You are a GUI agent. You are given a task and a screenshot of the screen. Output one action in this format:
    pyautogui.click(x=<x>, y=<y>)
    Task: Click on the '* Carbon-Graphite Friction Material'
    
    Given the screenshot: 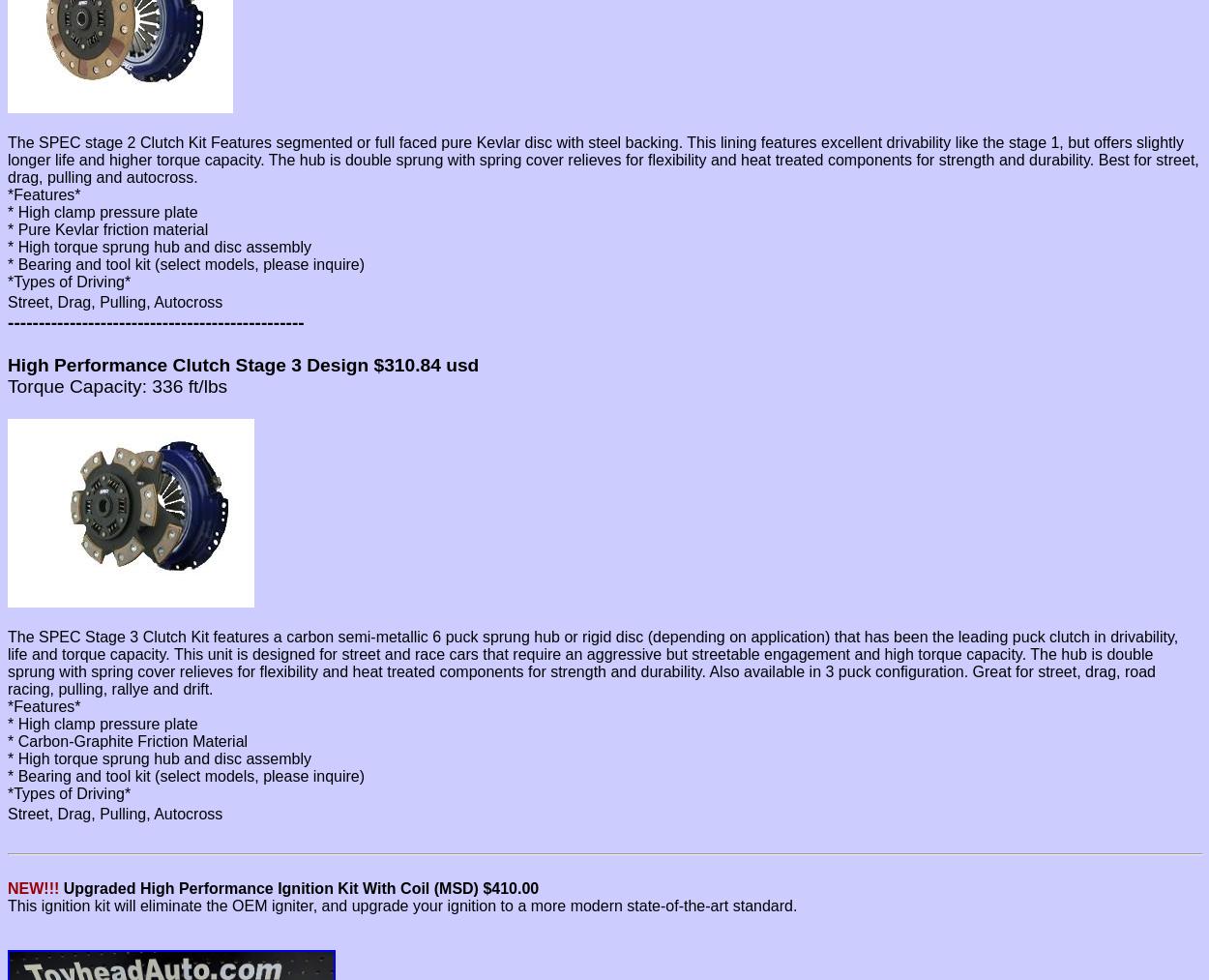 What is the action you would take?
    pyautogui.click(x=128, y=741)
    